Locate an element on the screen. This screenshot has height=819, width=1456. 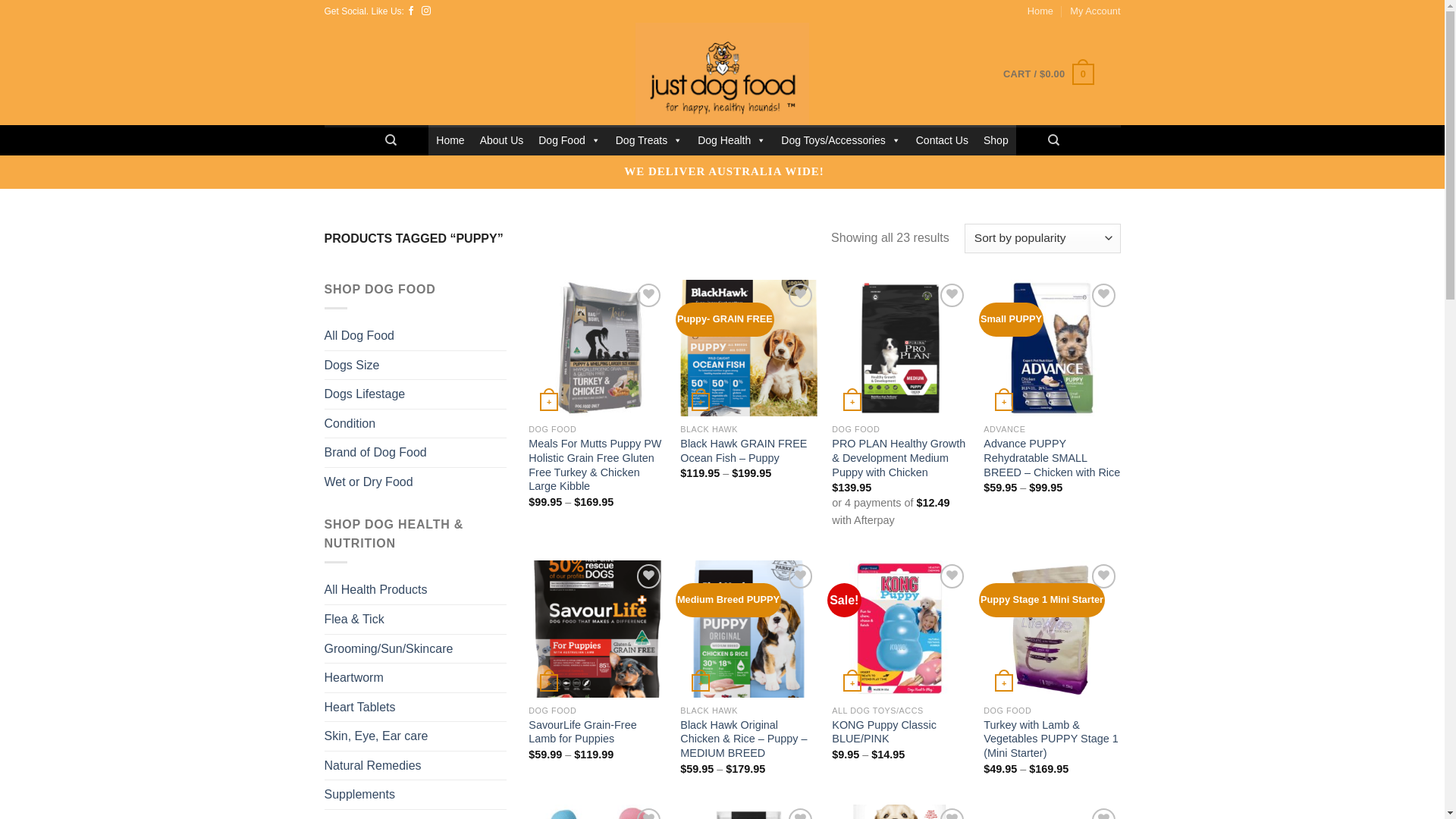
'WE DELIVER AUSTRALIA WIDE!' is located at coordinates (723, 171).